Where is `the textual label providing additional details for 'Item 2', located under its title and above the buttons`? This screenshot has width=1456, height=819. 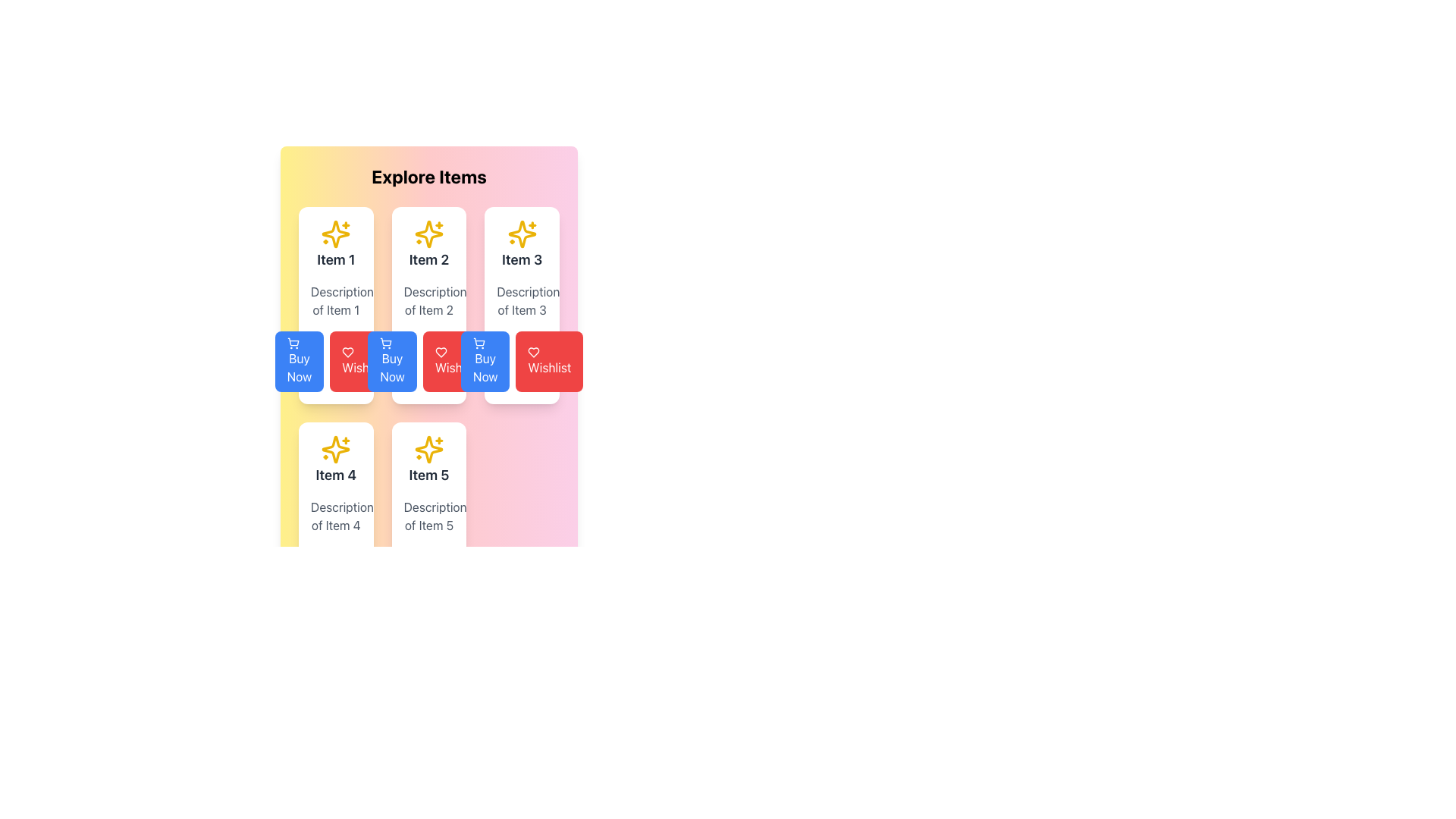
the textual label providing additional details for 'Item 2', located under its title and above the buttons is located at coordinates (428, 301).